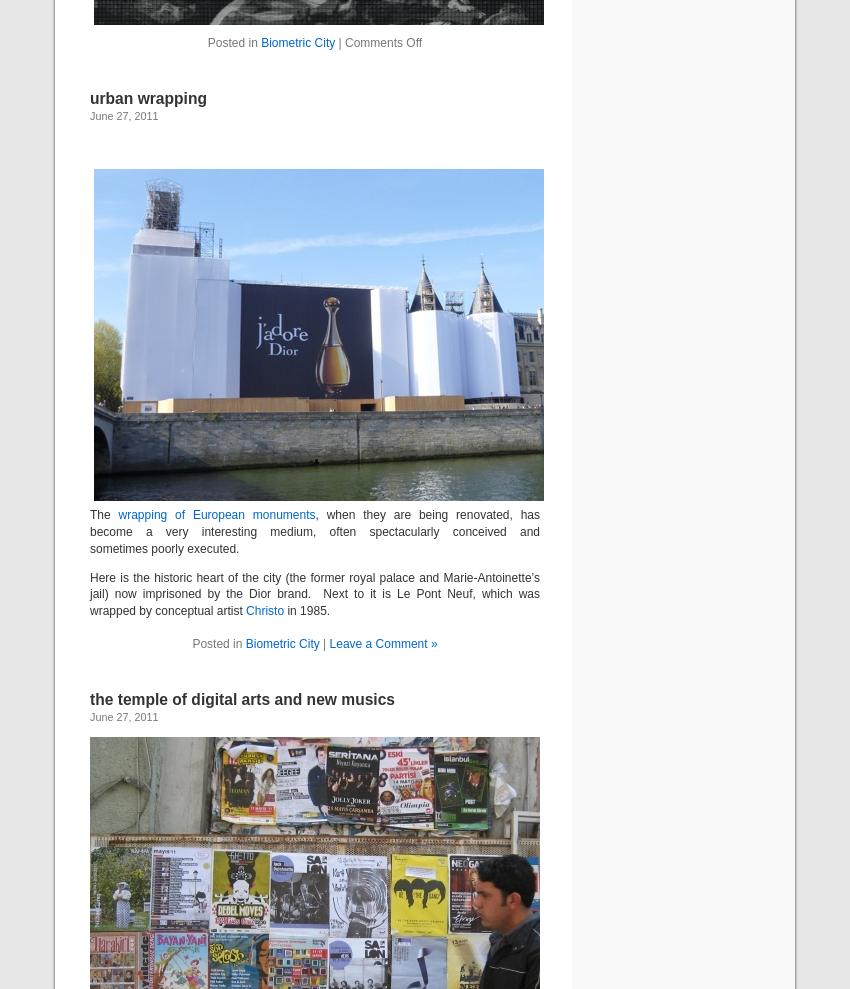  Describe the element at coordinates (103, 514) in the screenshot. I see `'The'` at that location.